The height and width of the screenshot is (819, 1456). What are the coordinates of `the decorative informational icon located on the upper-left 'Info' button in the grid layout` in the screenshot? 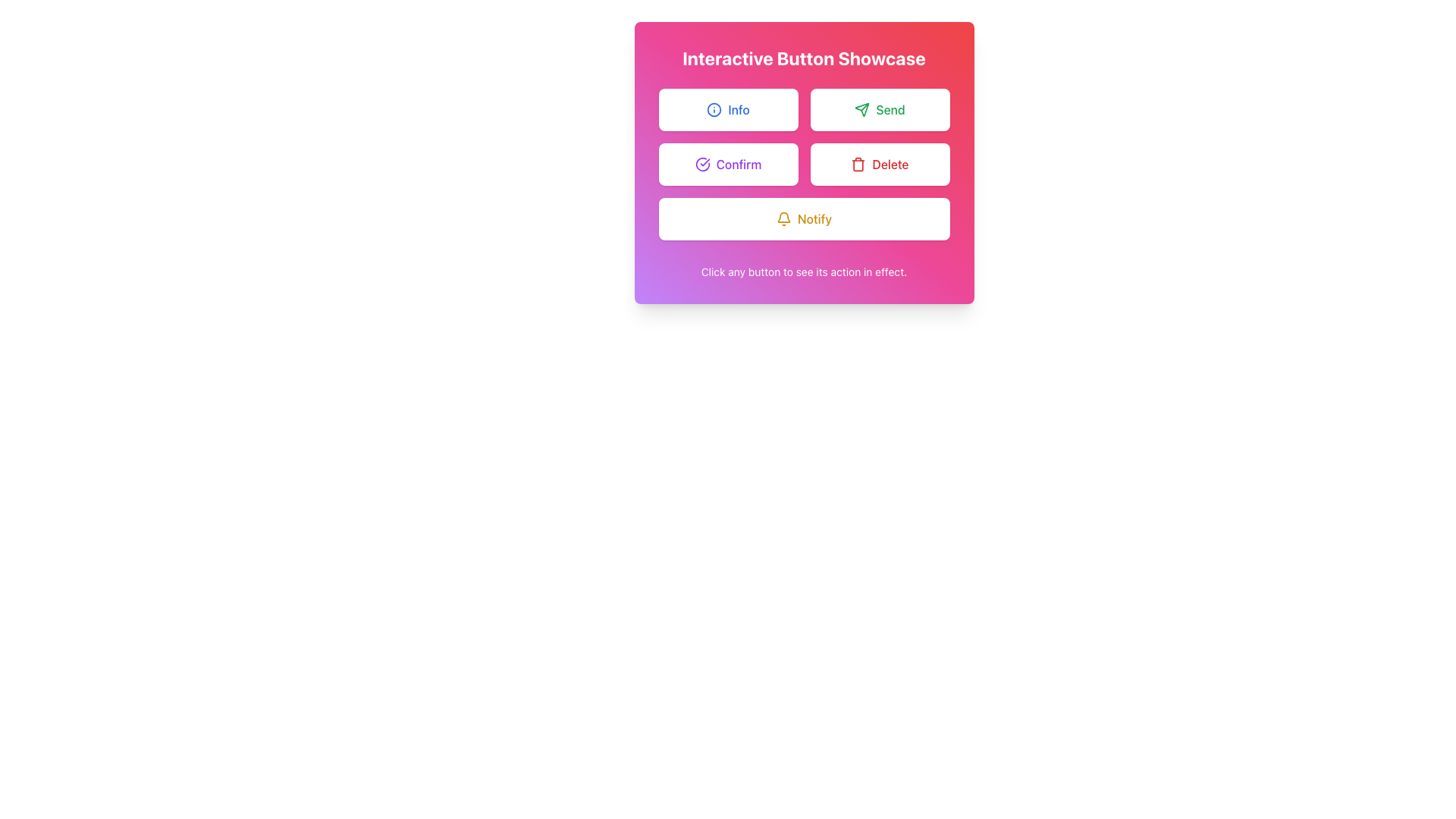 It's located at (714, 109).